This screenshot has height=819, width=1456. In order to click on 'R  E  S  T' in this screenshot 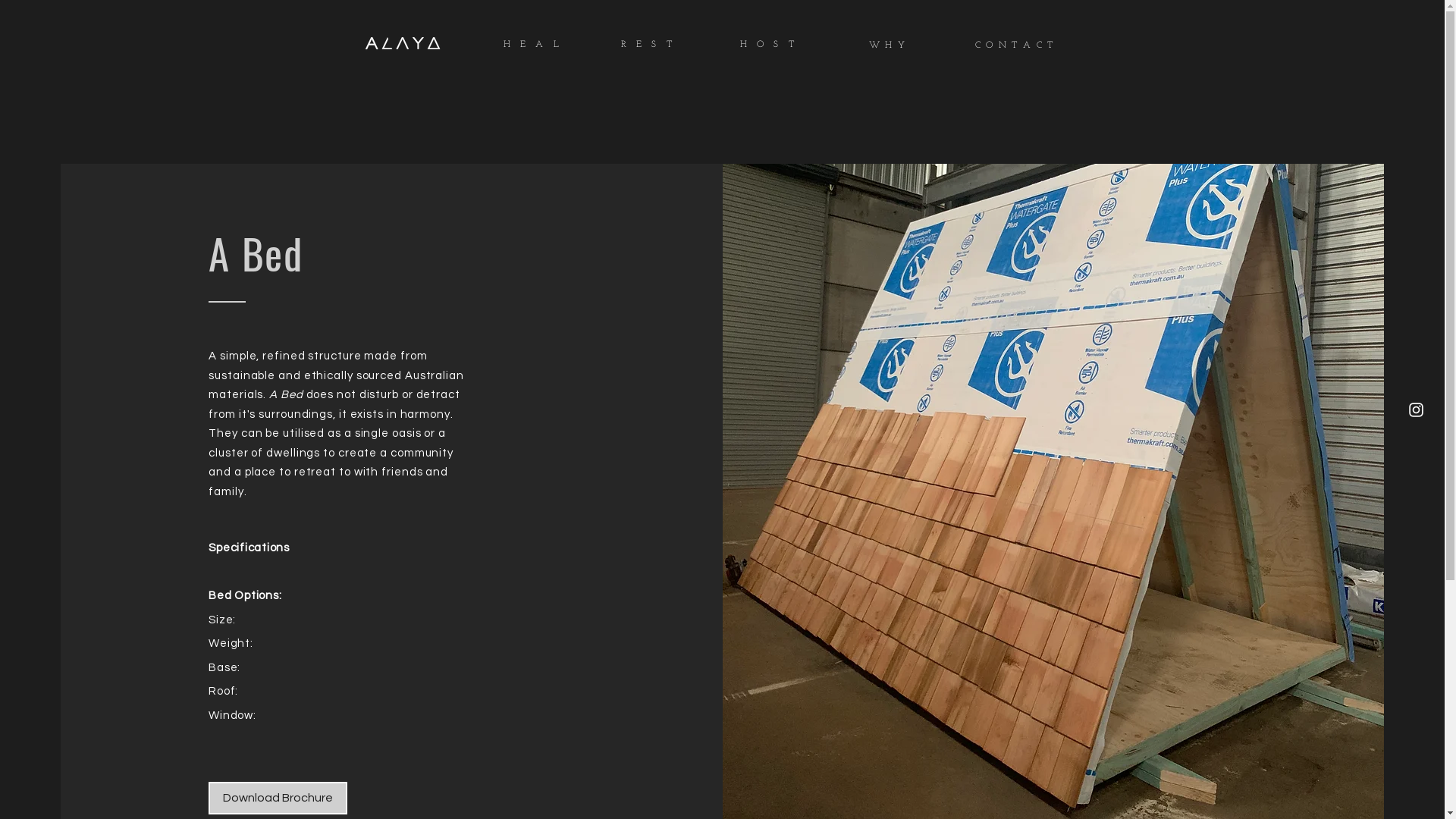, I will do `click(646, 42)`.